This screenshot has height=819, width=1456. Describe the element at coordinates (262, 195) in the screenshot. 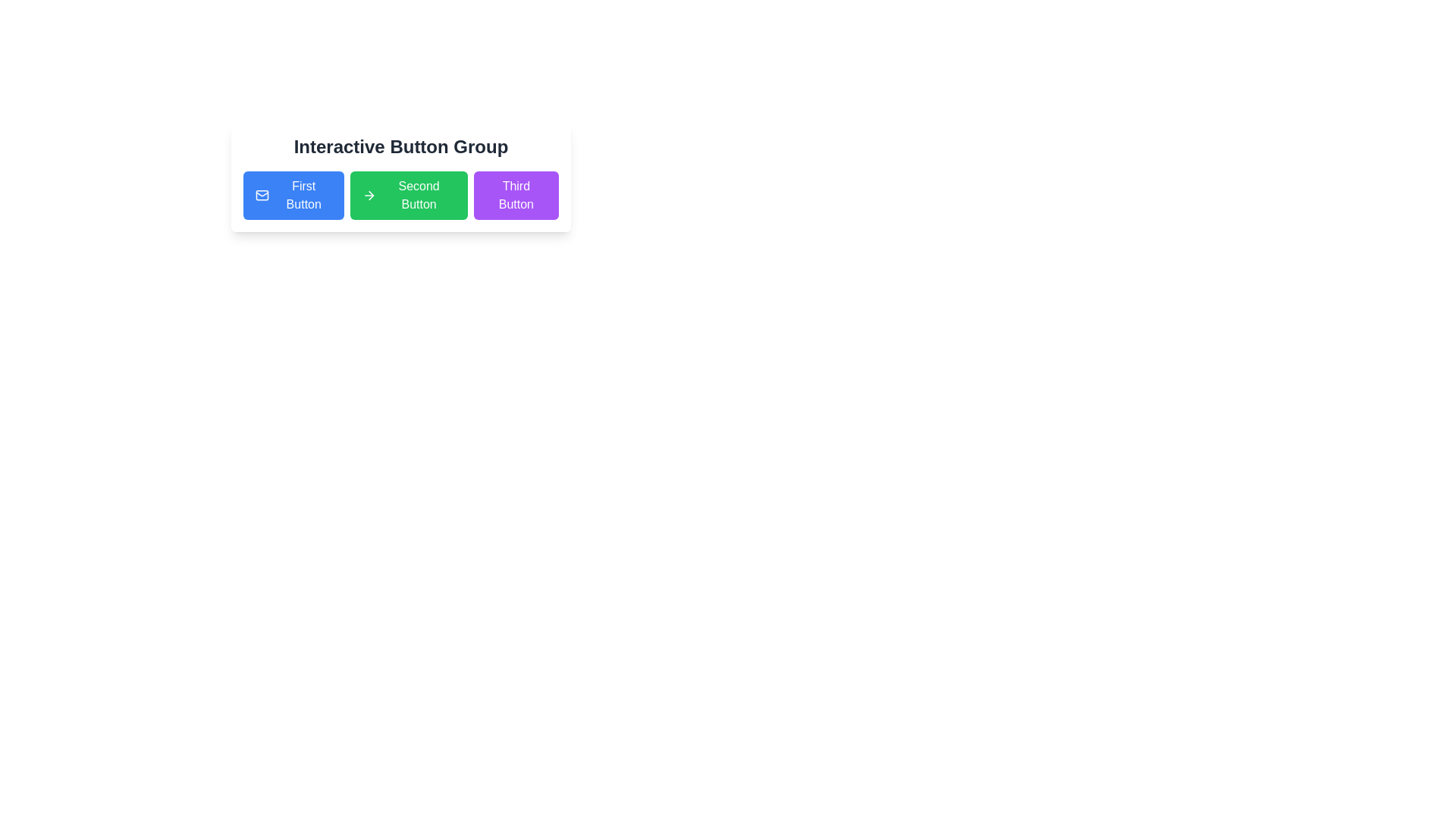

I see `the 'First Button' which contains a small outlined mail icon, located in the leftmost position of a horizontal button group` at that location.